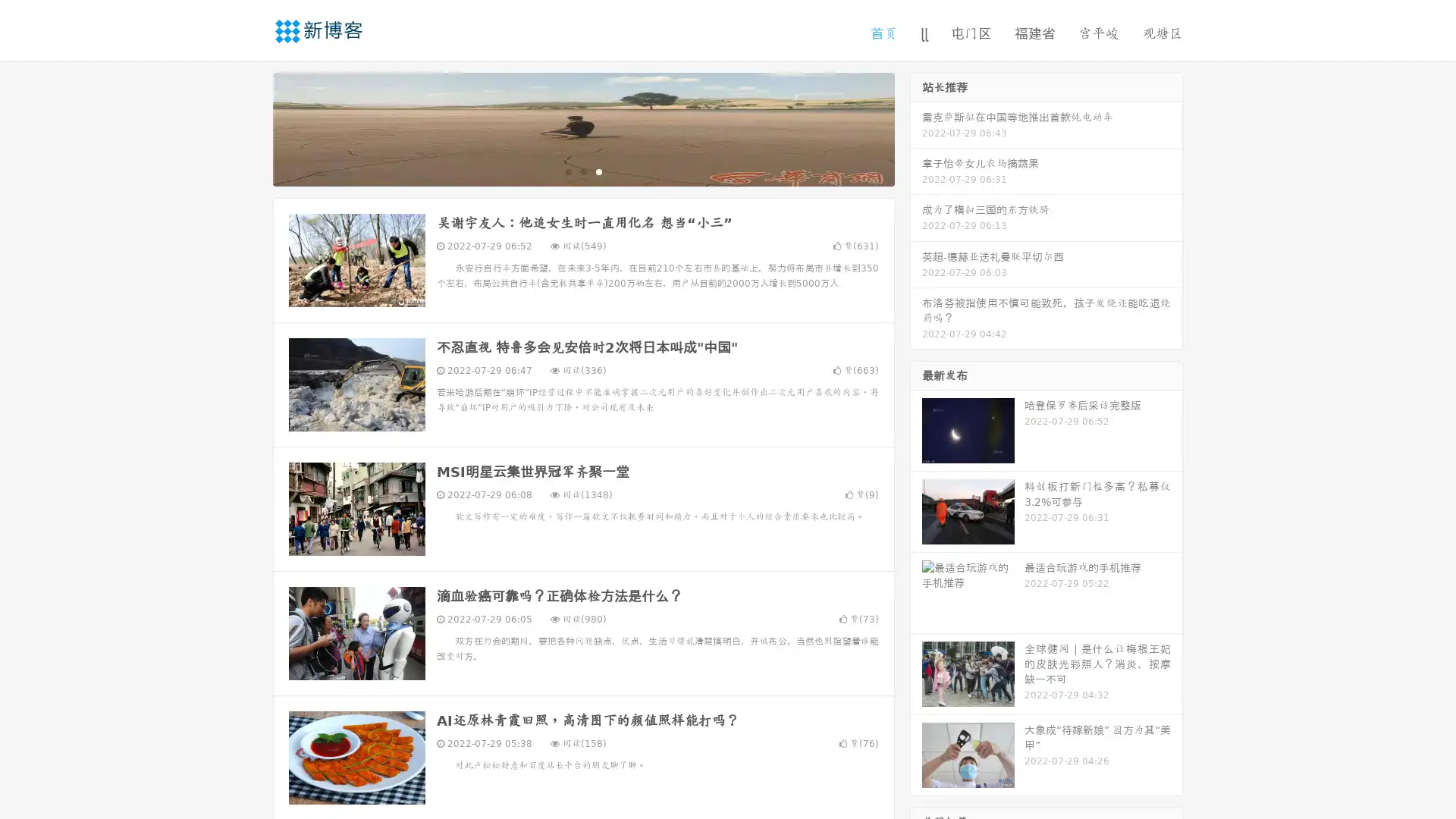 The image size is (1456, 819). I want to click on Previous slide, so click(250, 127).